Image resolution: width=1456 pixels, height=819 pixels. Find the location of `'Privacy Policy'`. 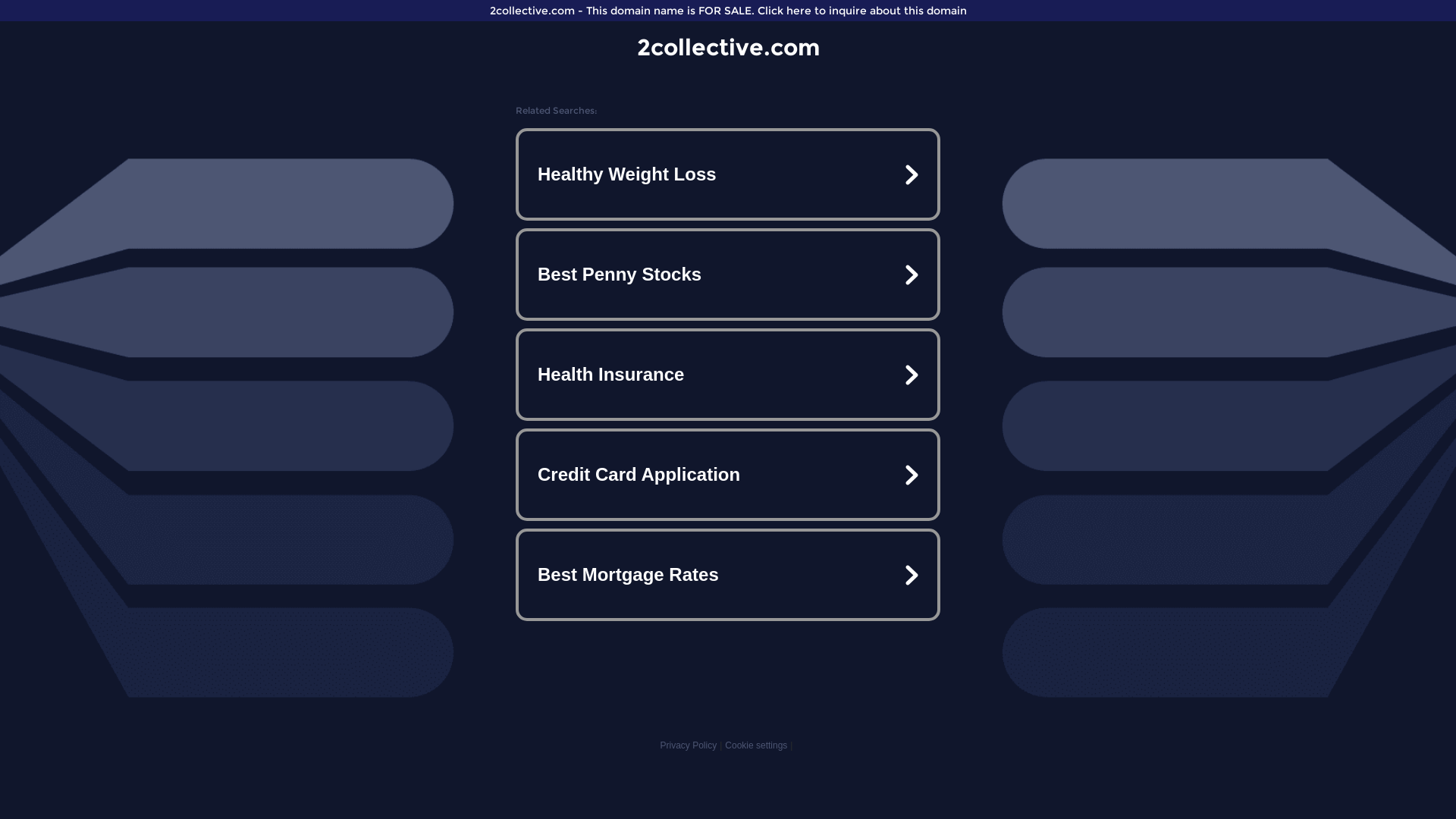

'Privacy Policy' is located at coordinates (687, 745).